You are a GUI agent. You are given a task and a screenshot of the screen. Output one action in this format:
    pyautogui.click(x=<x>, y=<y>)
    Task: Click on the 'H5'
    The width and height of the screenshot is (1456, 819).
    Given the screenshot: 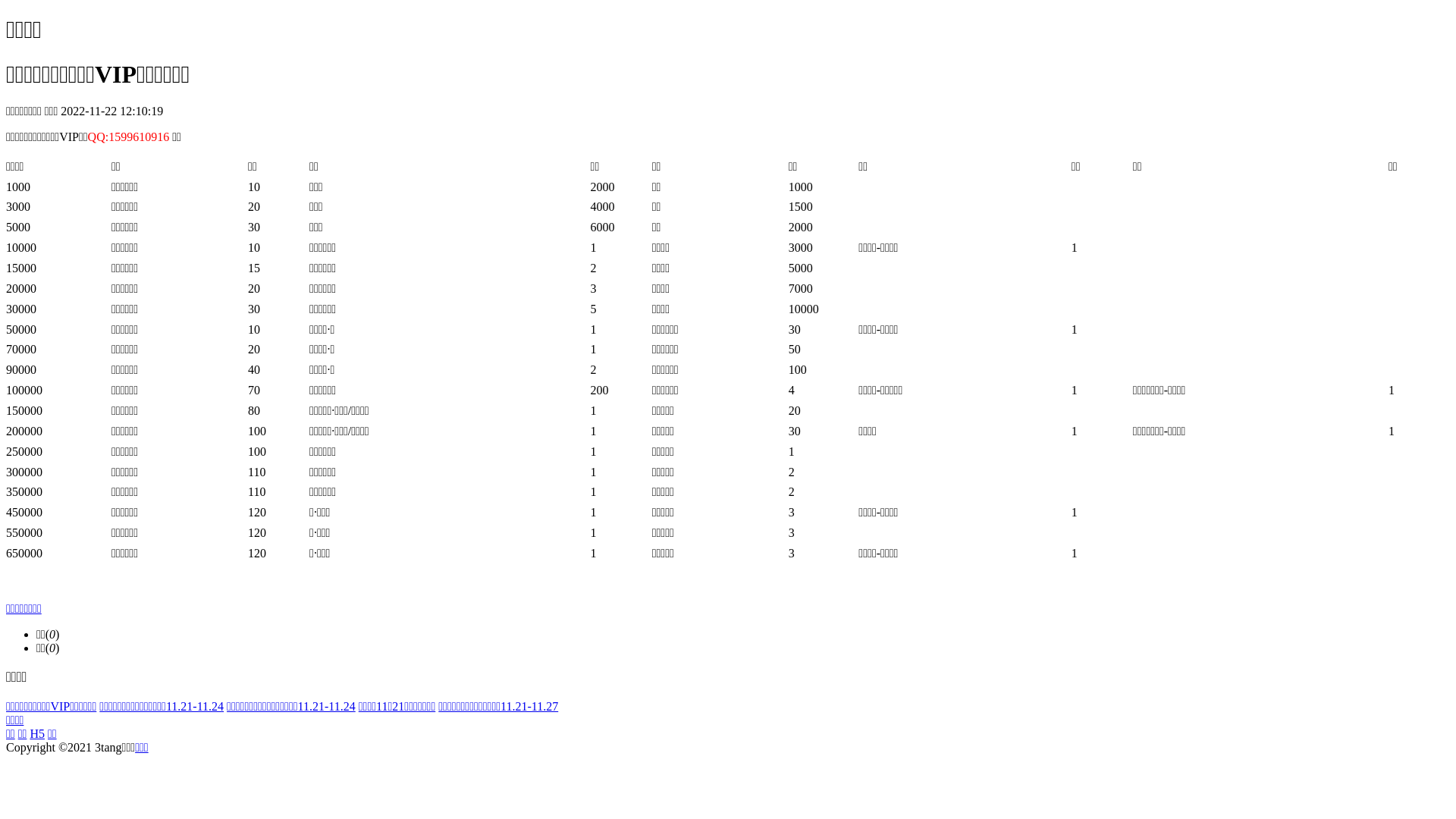 What is the action you would take?
    pyautogui.click(x=36, y=733)
    